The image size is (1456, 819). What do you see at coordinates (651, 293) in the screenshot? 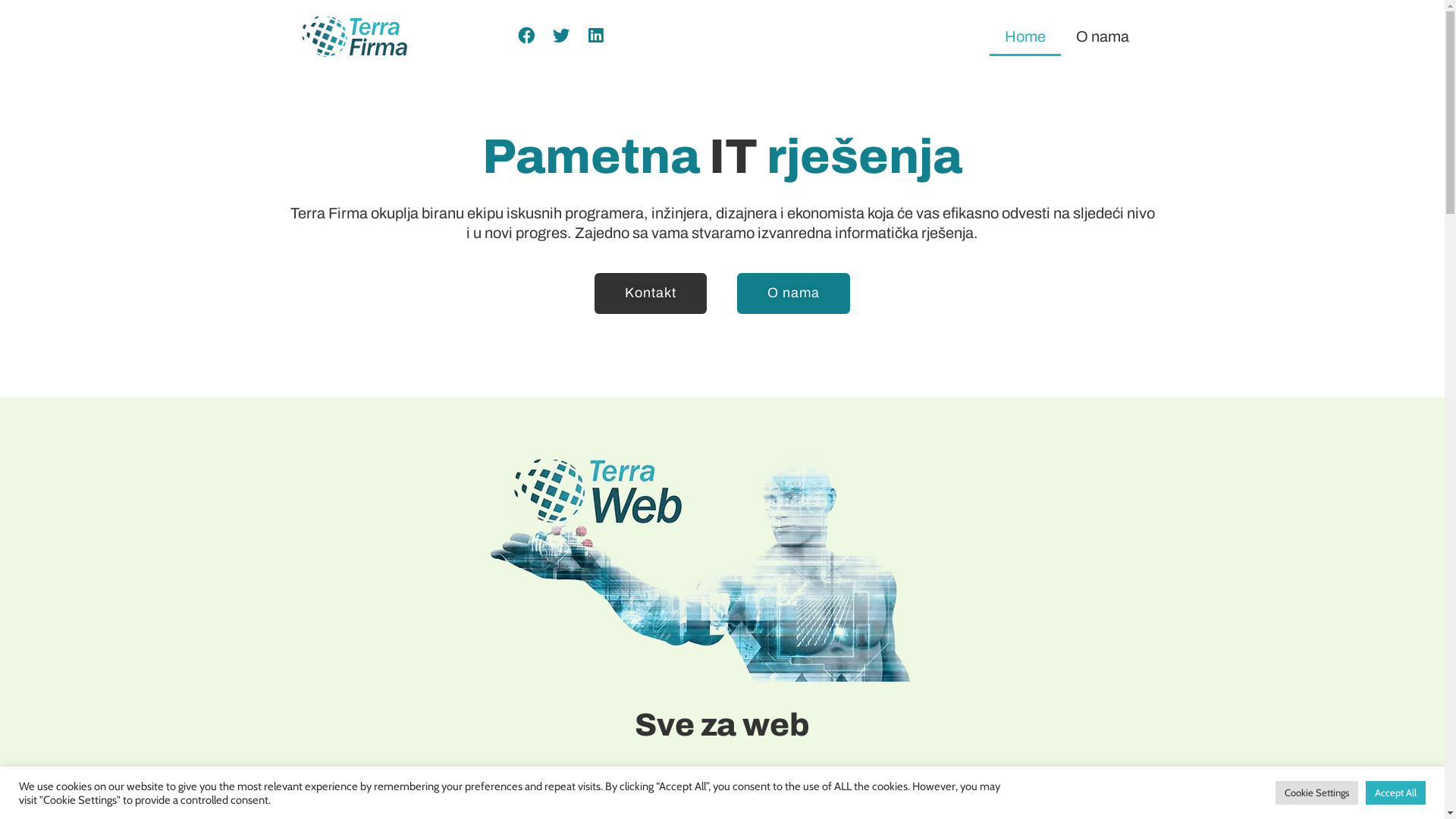
I see `'Kontakt'` at bounding box center [651, 293].